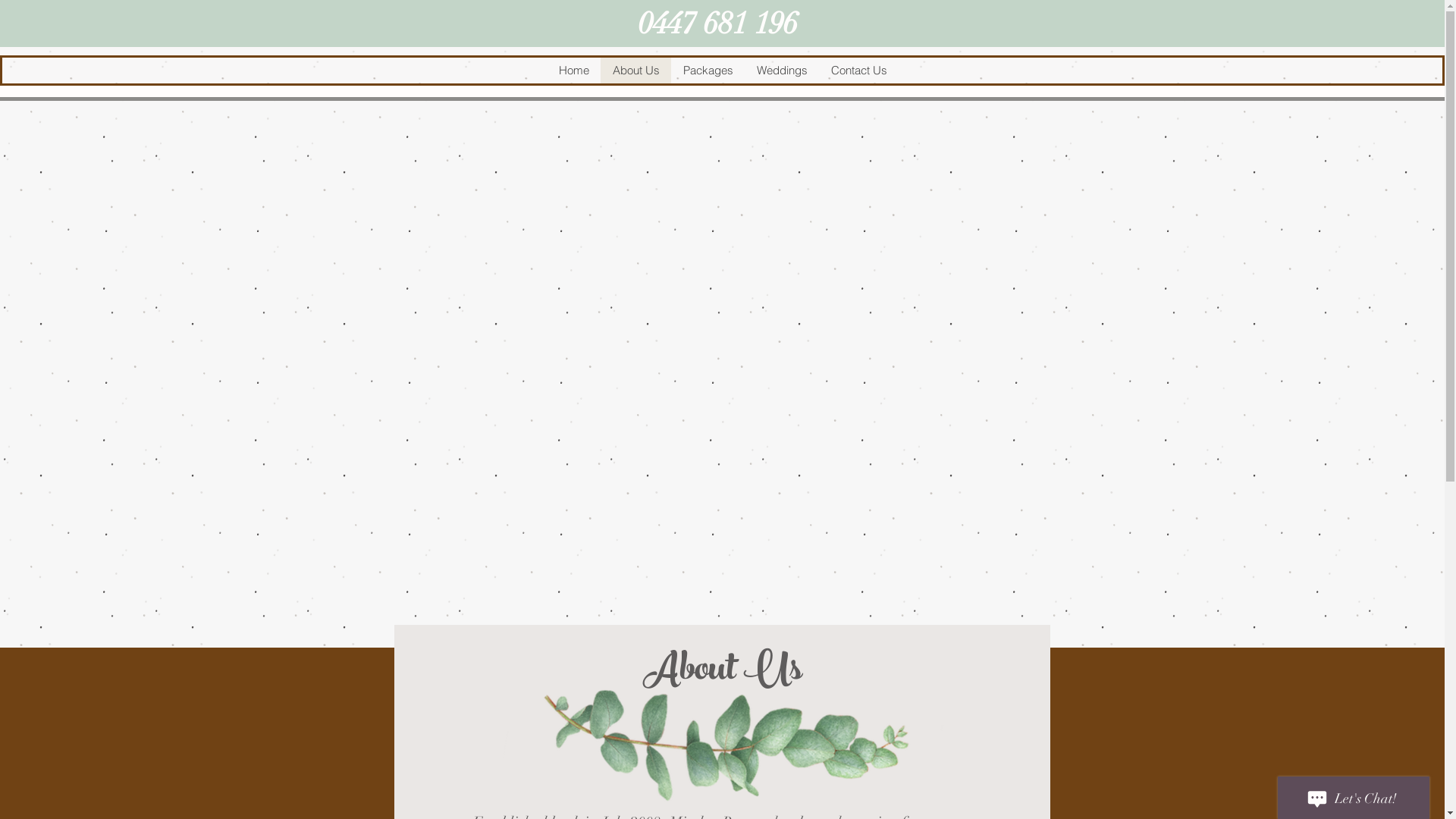 This screenshot has width=1456, height=819. Describe the element at coordinates (745, 70) in the screenshot. I see `'Weddings'` at that location.